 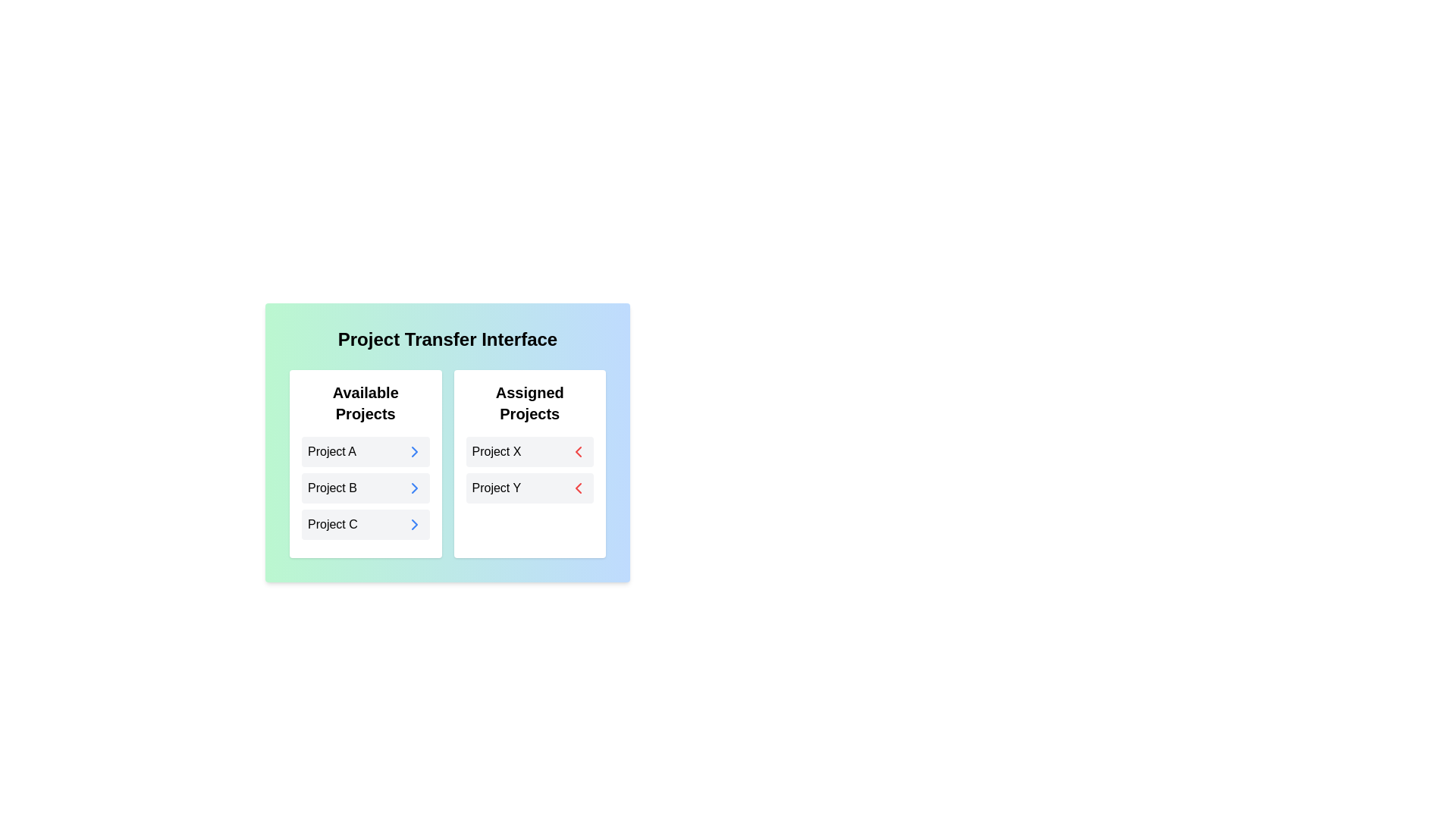 I want to click on the chevron icon that is located to the right of the 'Project C' label in the 'Available Projects' section, which is the third item in a vertical list, so click(x=414, y=523).